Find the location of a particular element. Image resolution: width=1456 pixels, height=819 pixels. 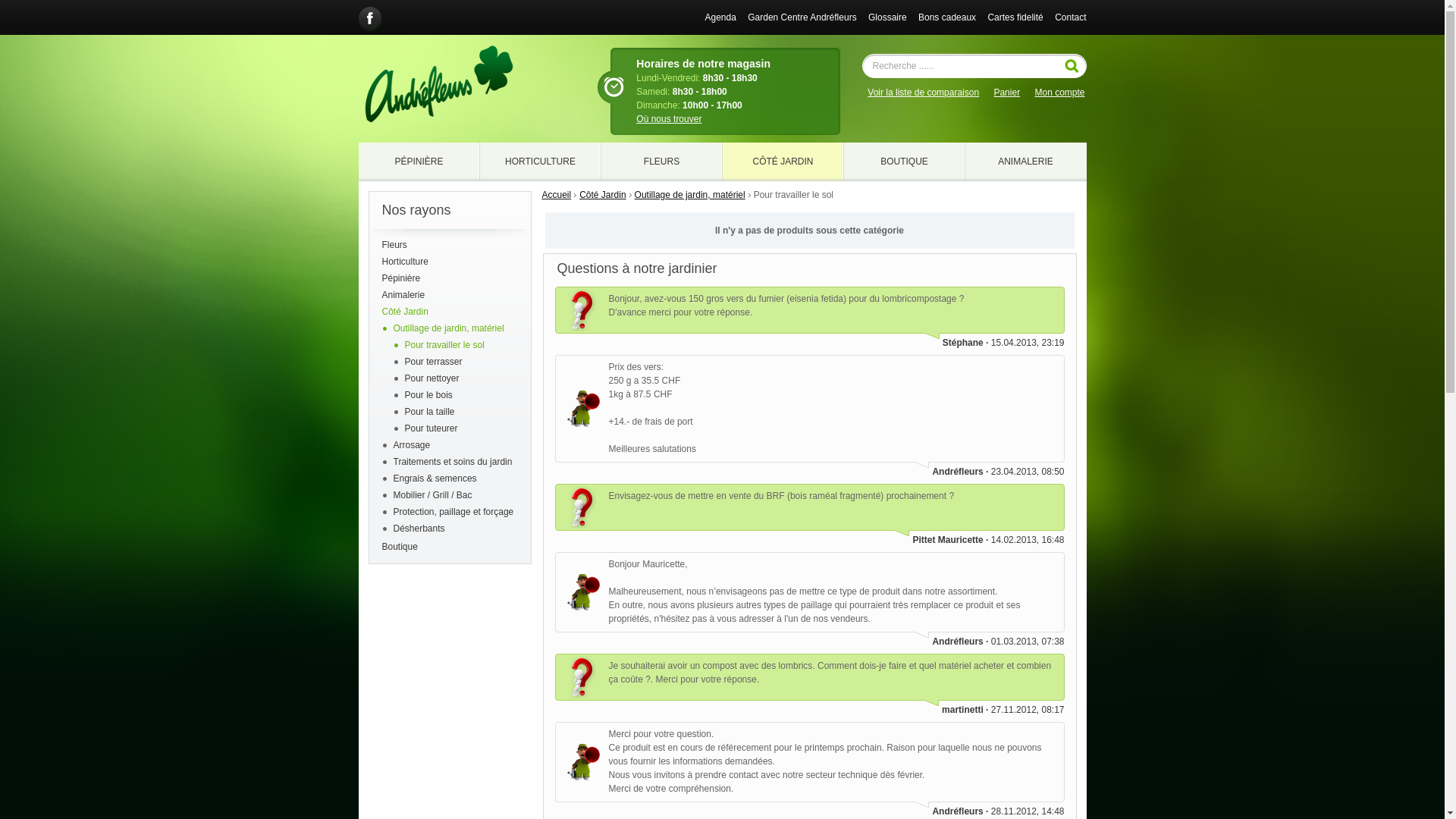

'Arrosage' is located at coordinates (393, 444).